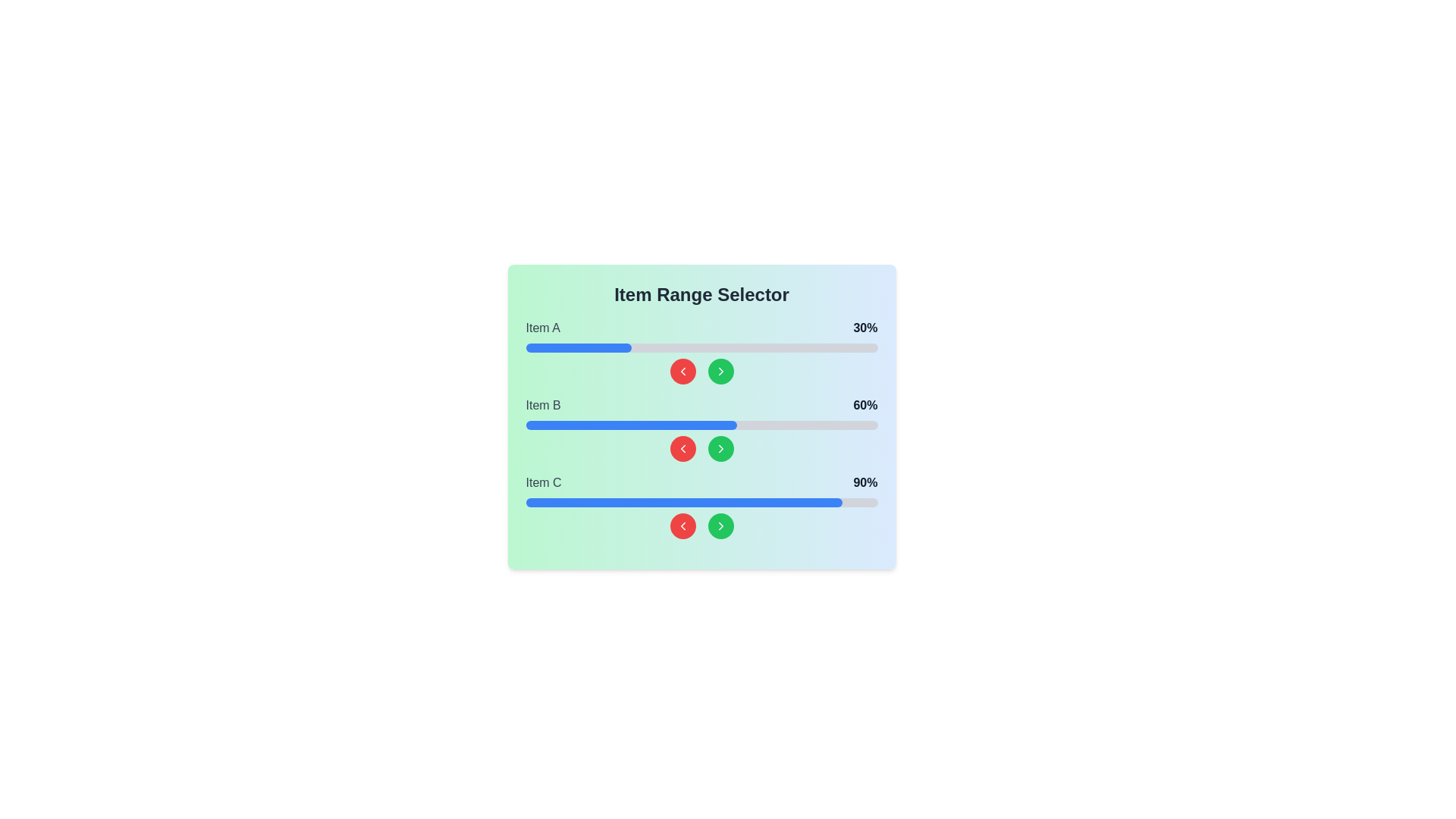  What do you see at coordinates (648, 503) in the screenshot?
I see `the value of Item C slider` at bounding box center [648, 503].